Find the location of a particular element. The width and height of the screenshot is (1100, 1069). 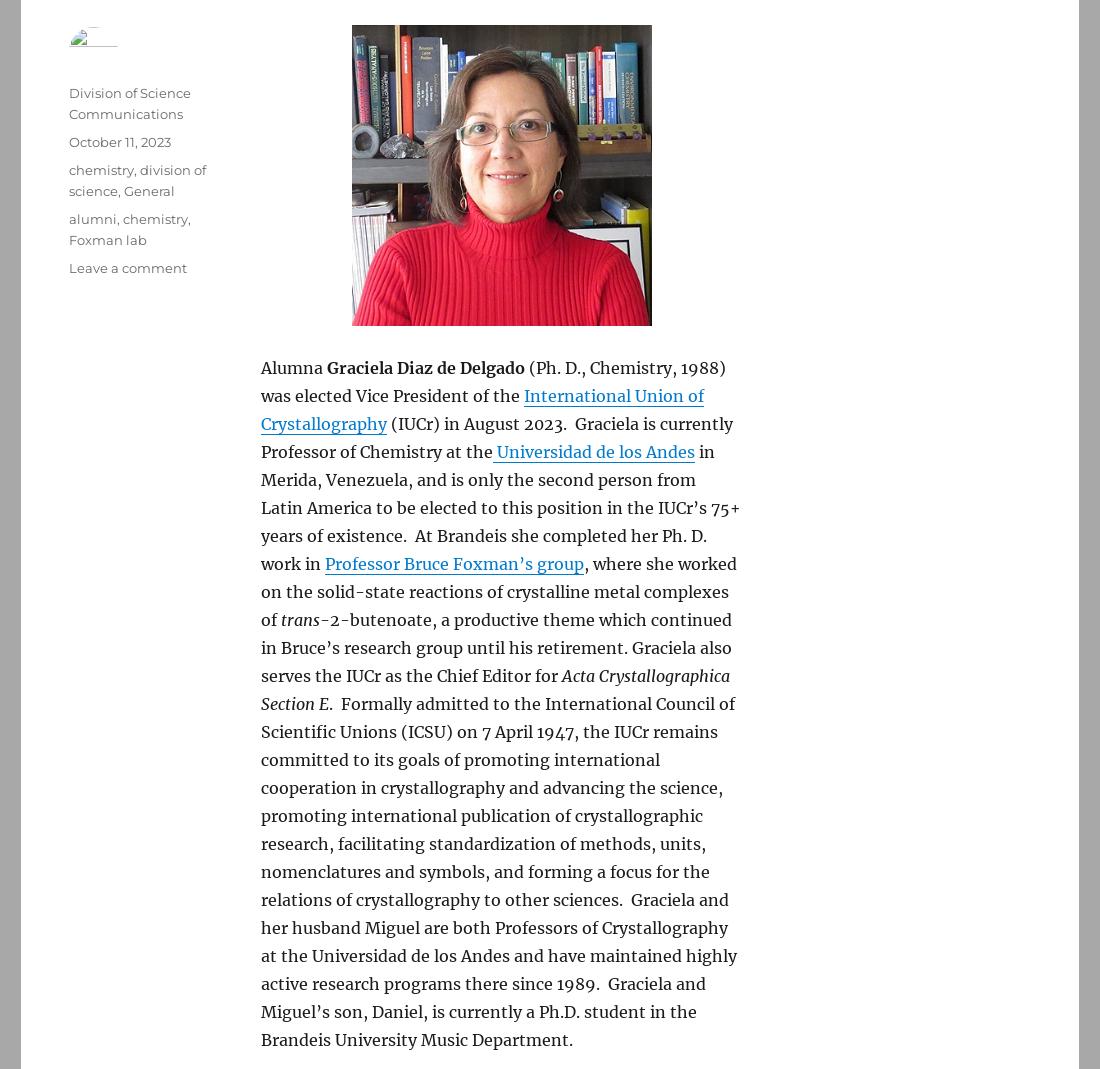

'-2-butenoate, a productive theme which continued in Bruce’s research group until his retirement. Graciela also serves the IUCr as the Chief Editor for' is located at coordinates (496, 647).